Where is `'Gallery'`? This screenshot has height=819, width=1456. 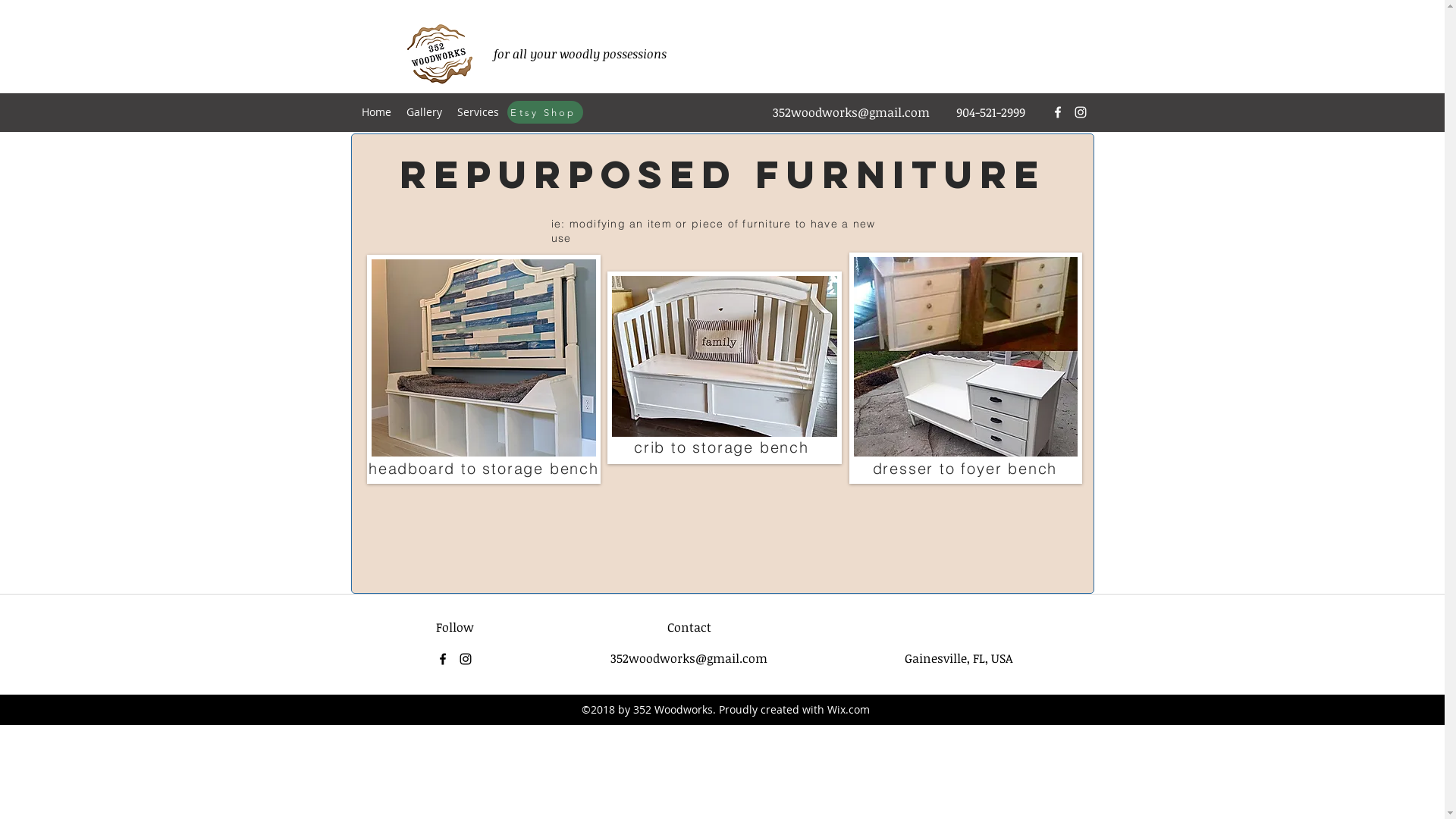 'Gallery' is located at coordinates (424, 111).